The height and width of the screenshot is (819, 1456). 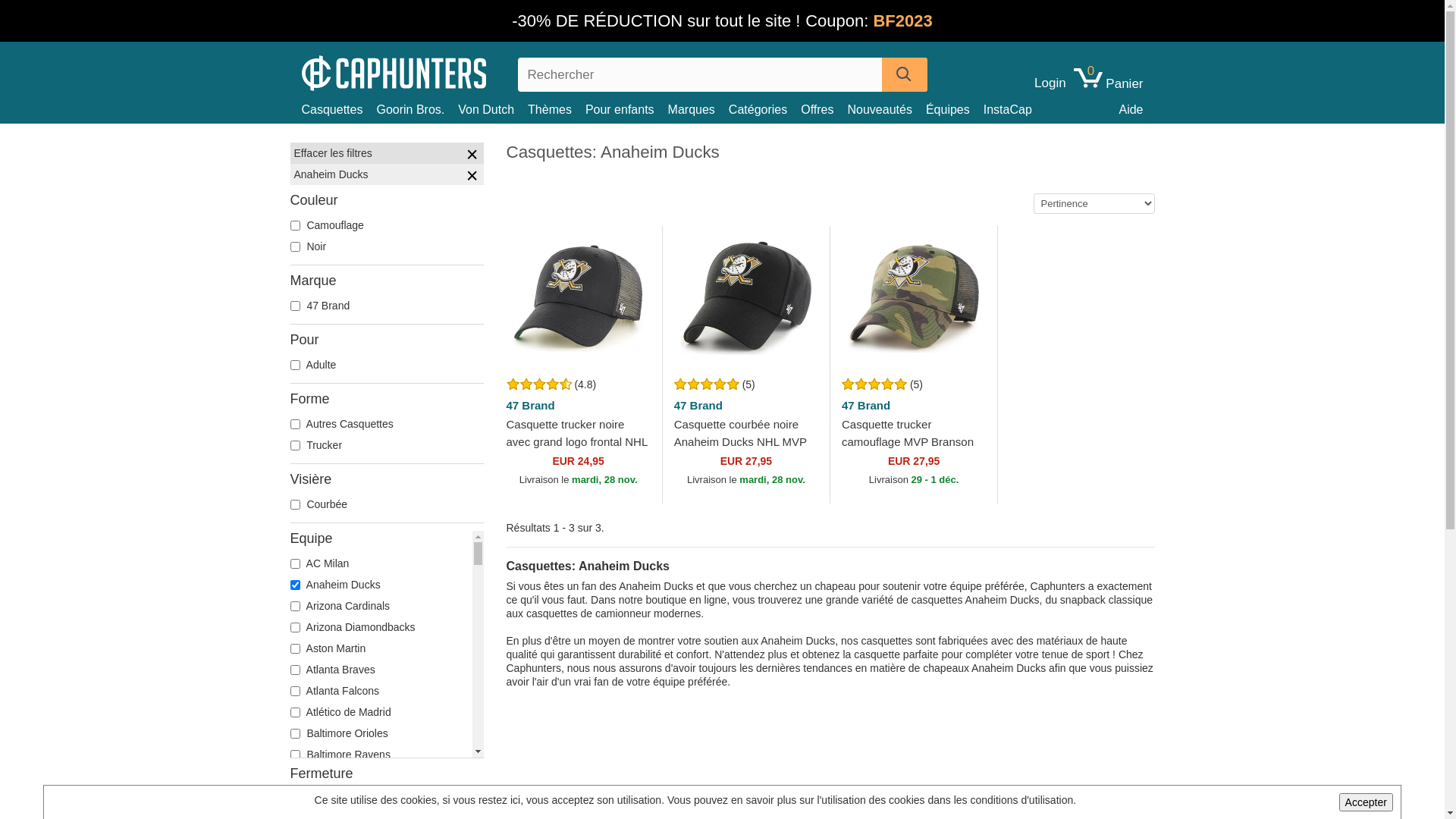 What do you see at coordinates (1015, 108) in the screenshot?
I see `'InstaCap'` at bounding box center [1015, 108].